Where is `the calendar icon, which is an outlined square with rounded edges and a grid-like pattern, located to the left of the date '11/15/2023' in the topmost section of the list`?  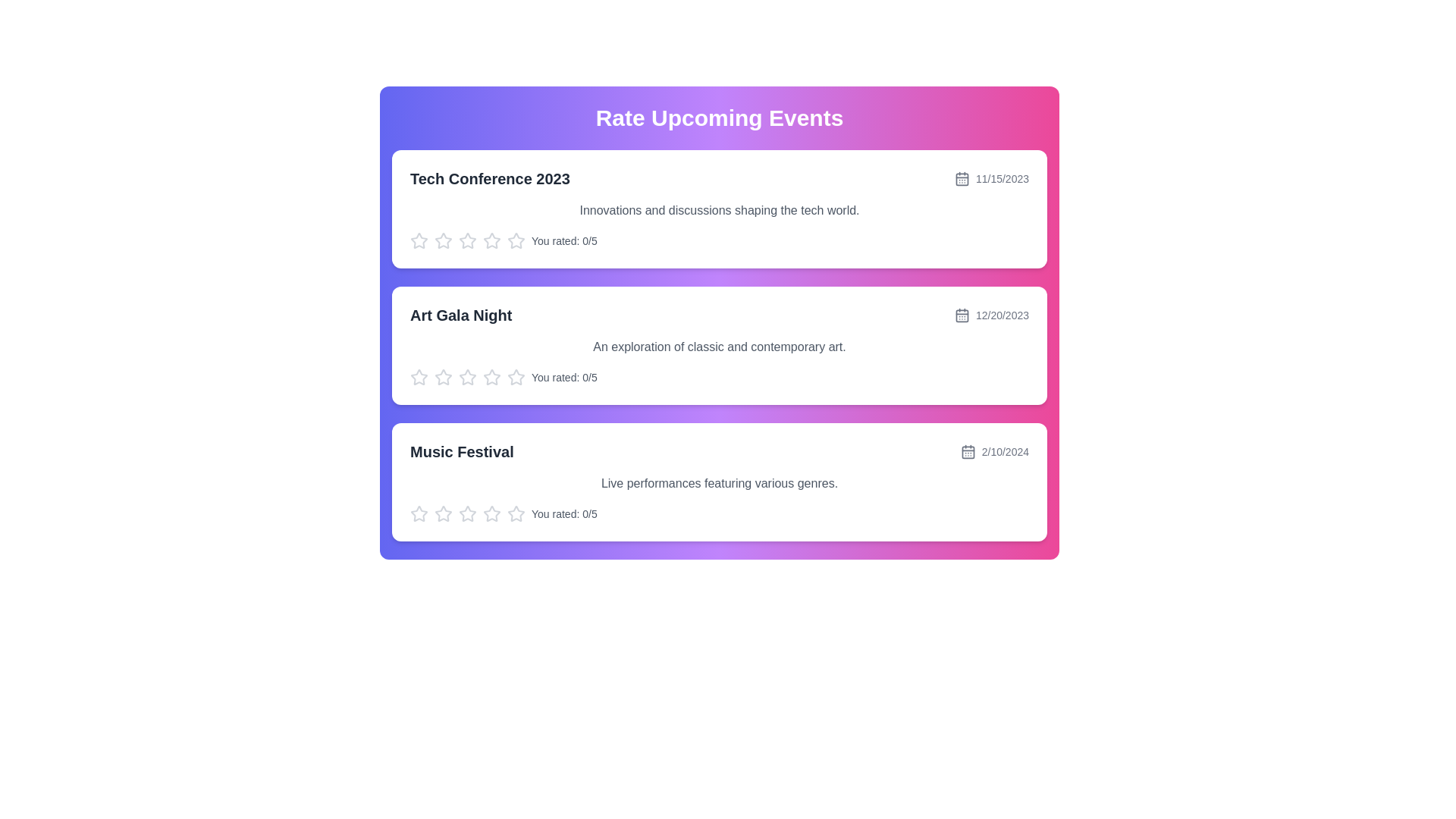 the calendar icon, which is an outlined square with rounded edges and a grid-like pattern, located to the left of the date '11/15/2023' in the topmost section of the list is located at coordinates (961, 177).